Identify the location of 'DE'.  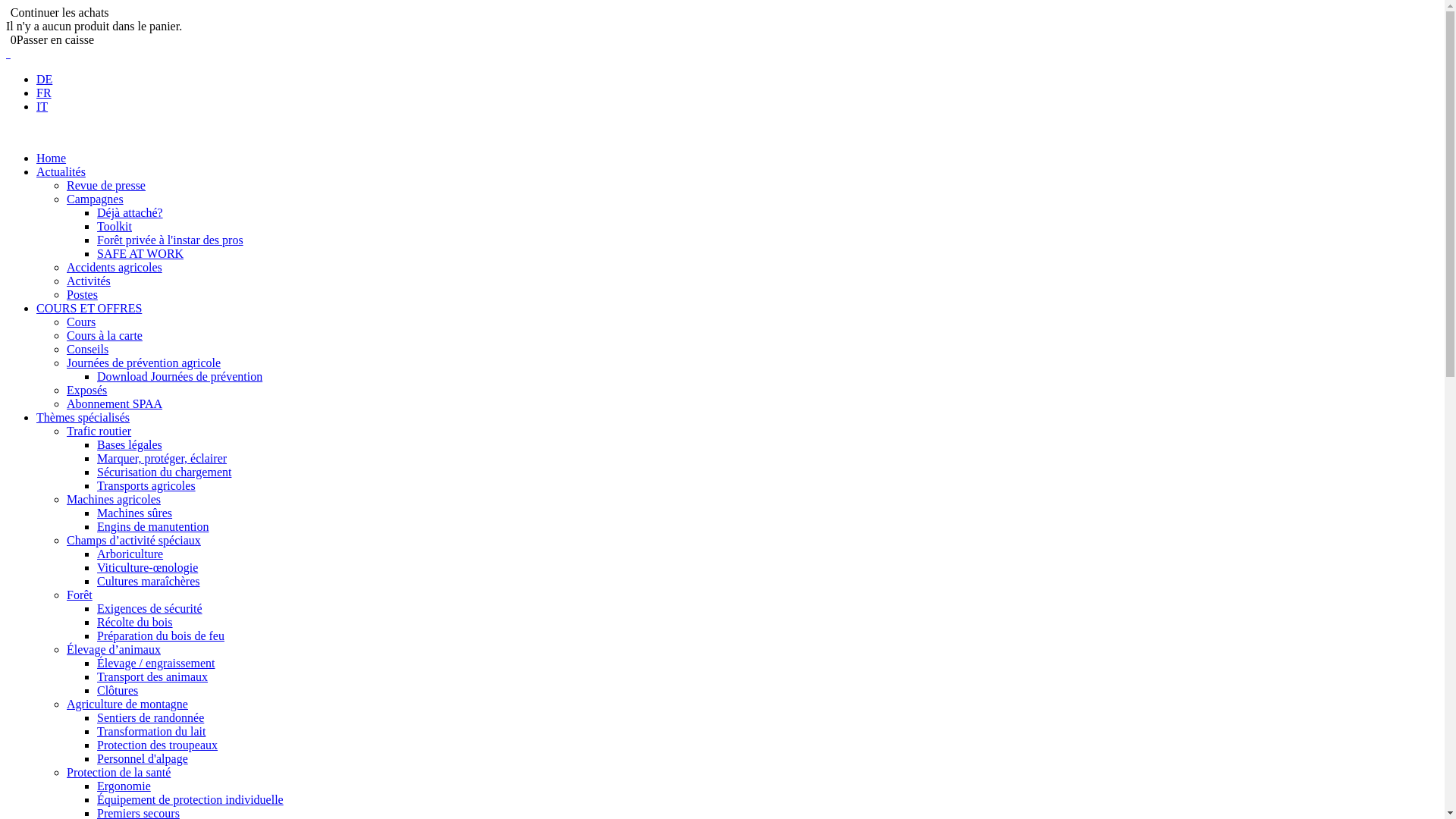
(36, 79).